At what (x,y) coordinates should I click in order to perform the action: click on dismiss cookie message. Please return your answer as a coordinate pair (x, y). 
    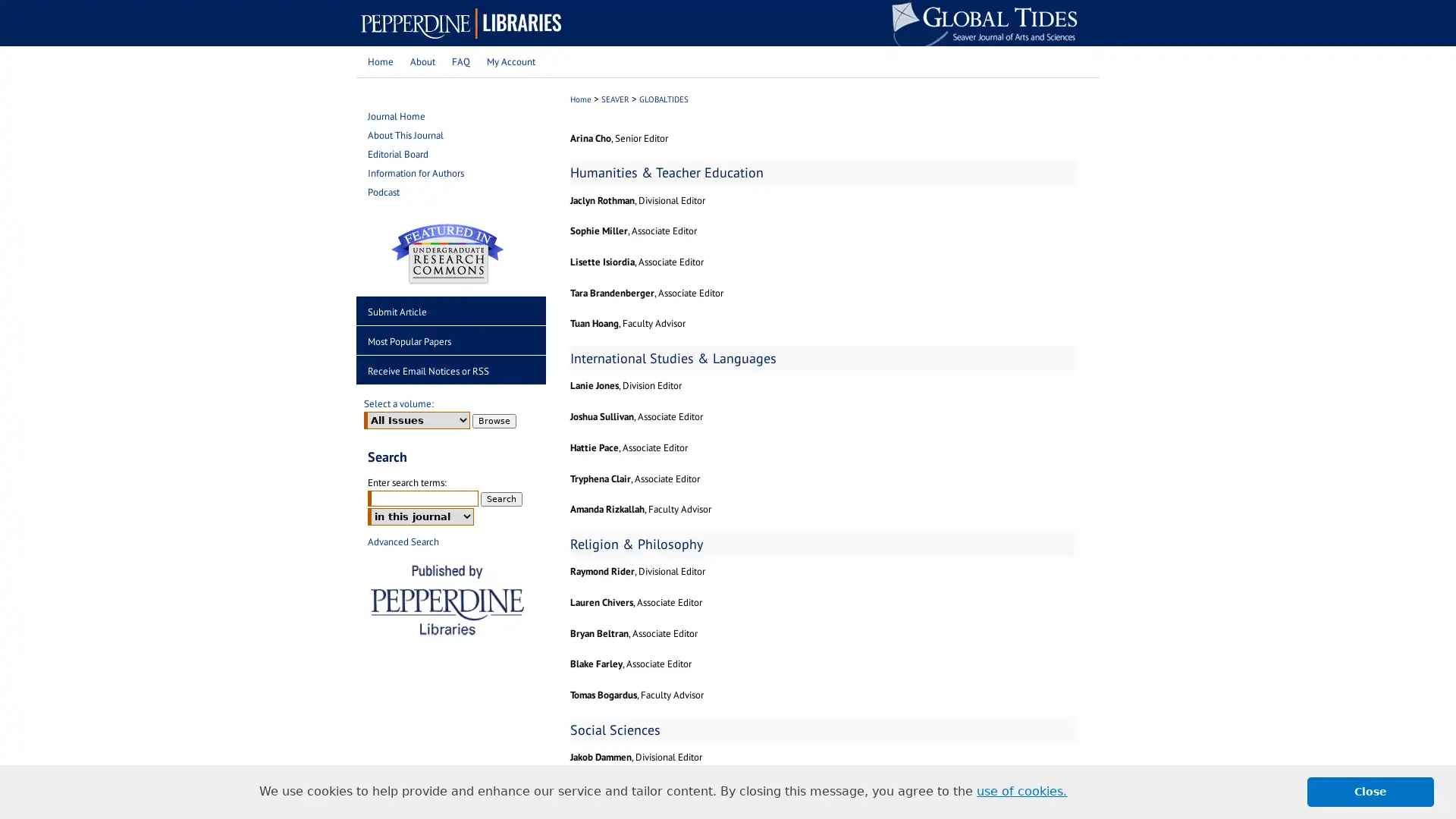
    Looking at the image, I should click on (1370, 791).